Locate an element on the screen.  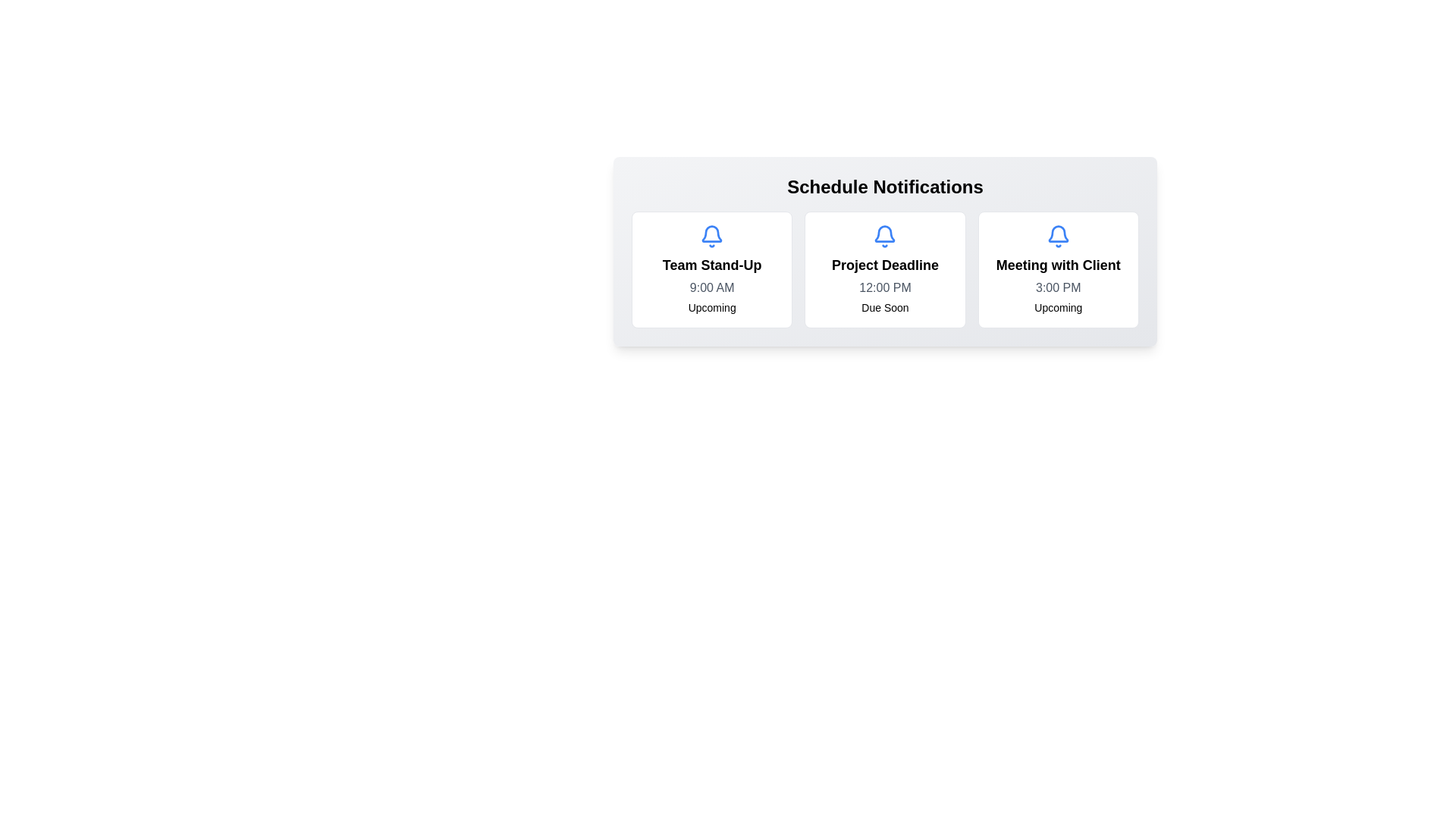
static text label displaying '9:00 AM' located below the 'Team Stand-Up' section and above the 'Upcoming' descriptor is located at coordinates (711, 288).